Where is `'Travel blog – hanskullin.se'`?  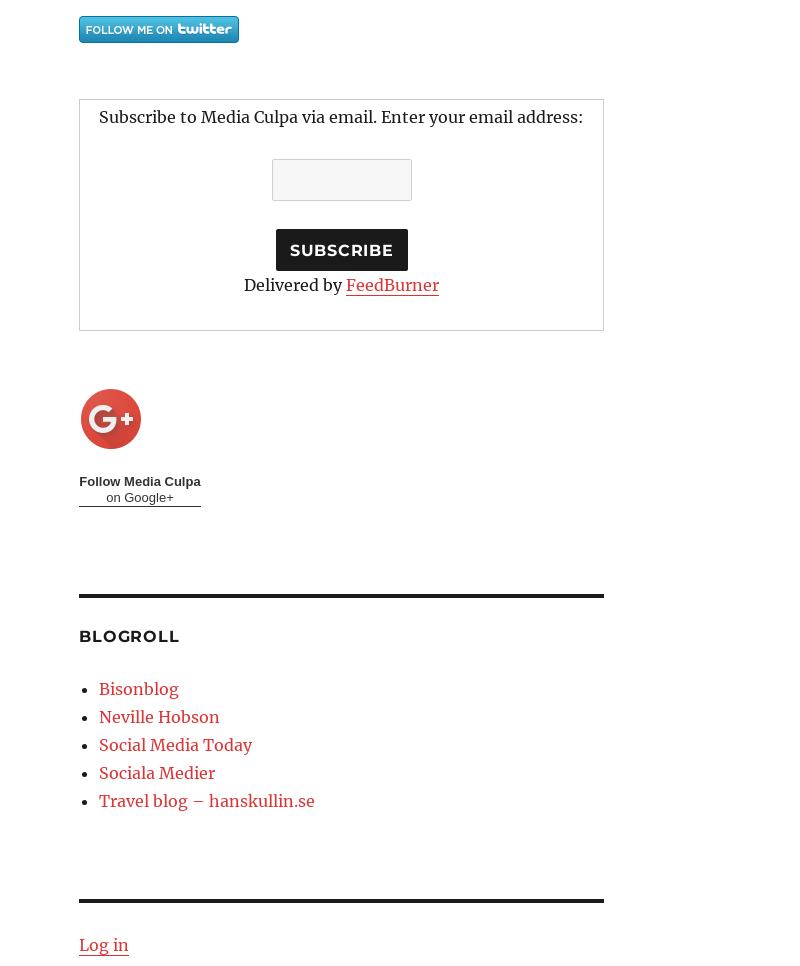 'Travel blog – hanskullin.se' is located at coordinates (206, 801).